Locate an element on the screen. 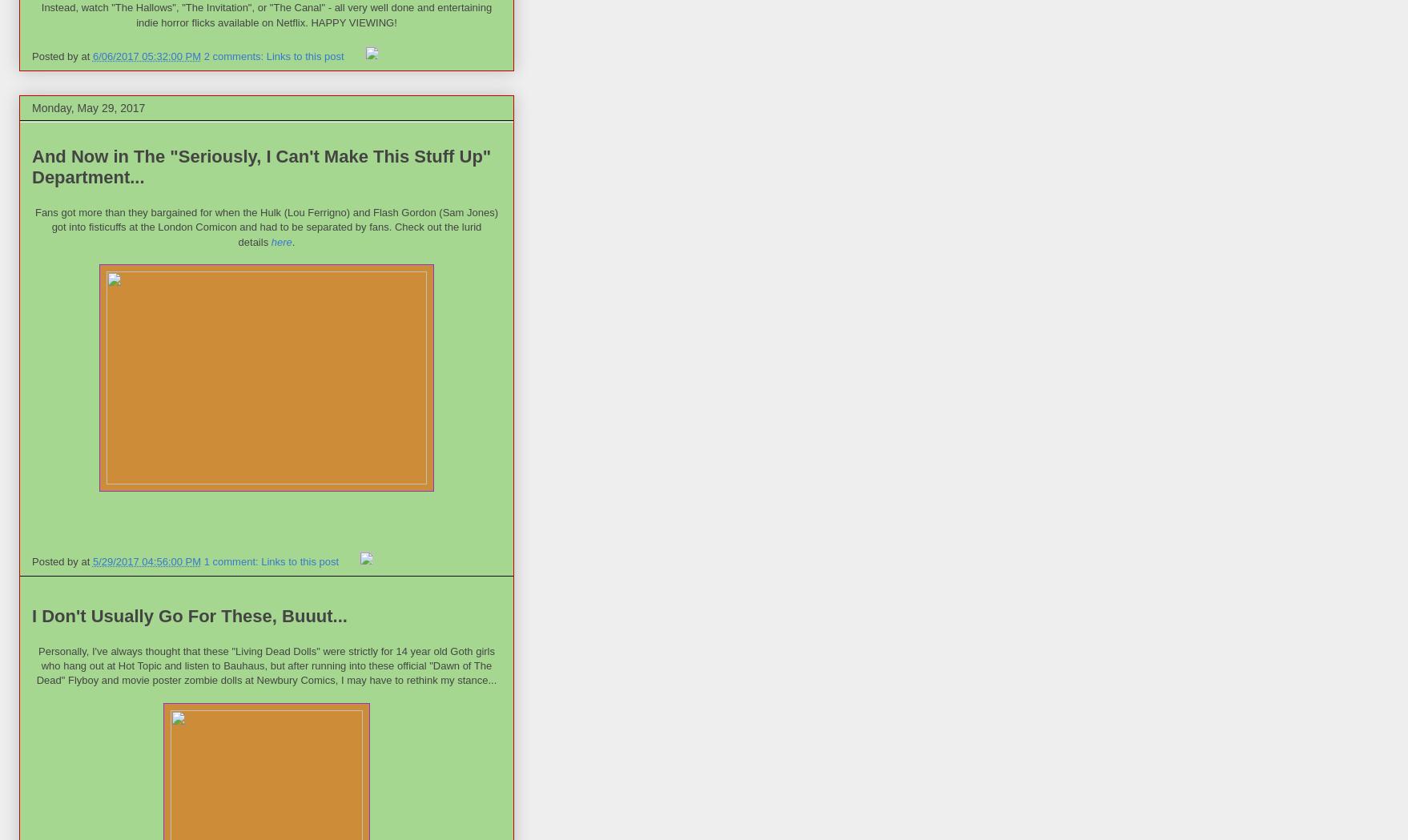  '2 comments:' is located at coordinates (232, 56).